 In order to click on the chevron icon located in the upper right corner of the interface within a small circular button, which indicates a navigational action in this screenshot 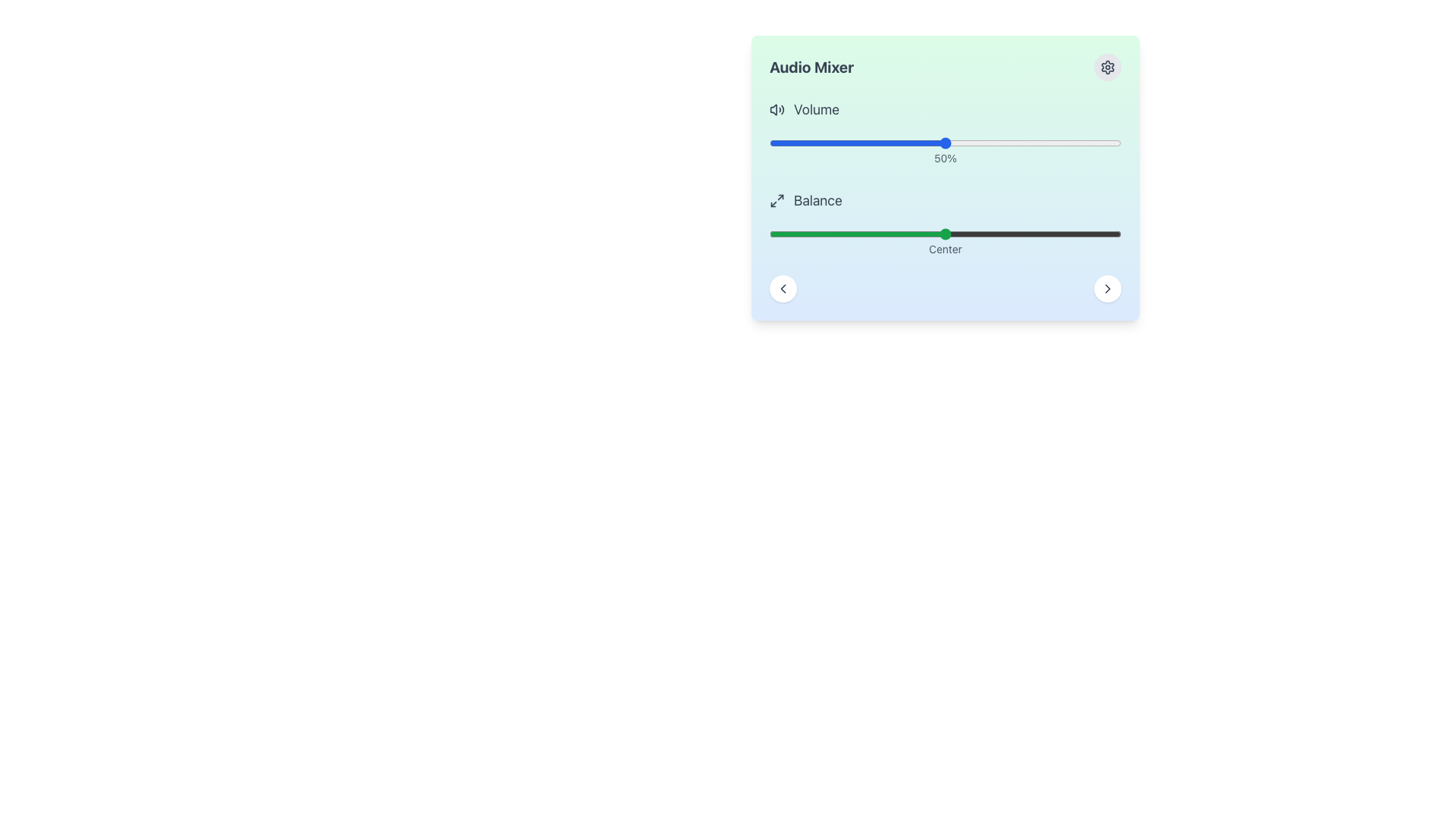, I will do `click(1107, 289)`.